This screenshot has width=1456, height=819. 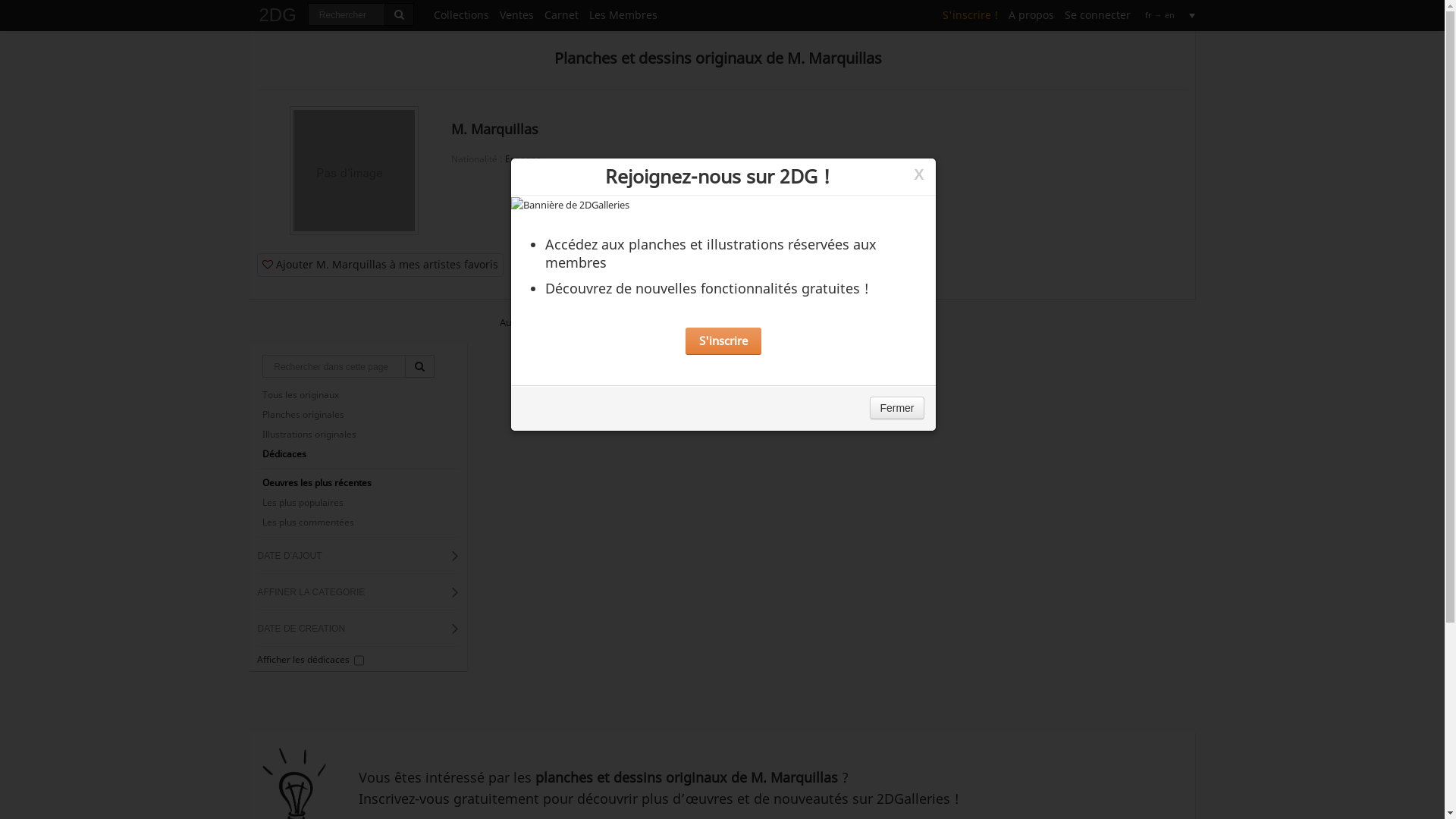 What do you see at coordinates (357, 591) in the screenshot?
I see `'AFFINER LA CATEGORIE'` at bounding box center [357, 591].